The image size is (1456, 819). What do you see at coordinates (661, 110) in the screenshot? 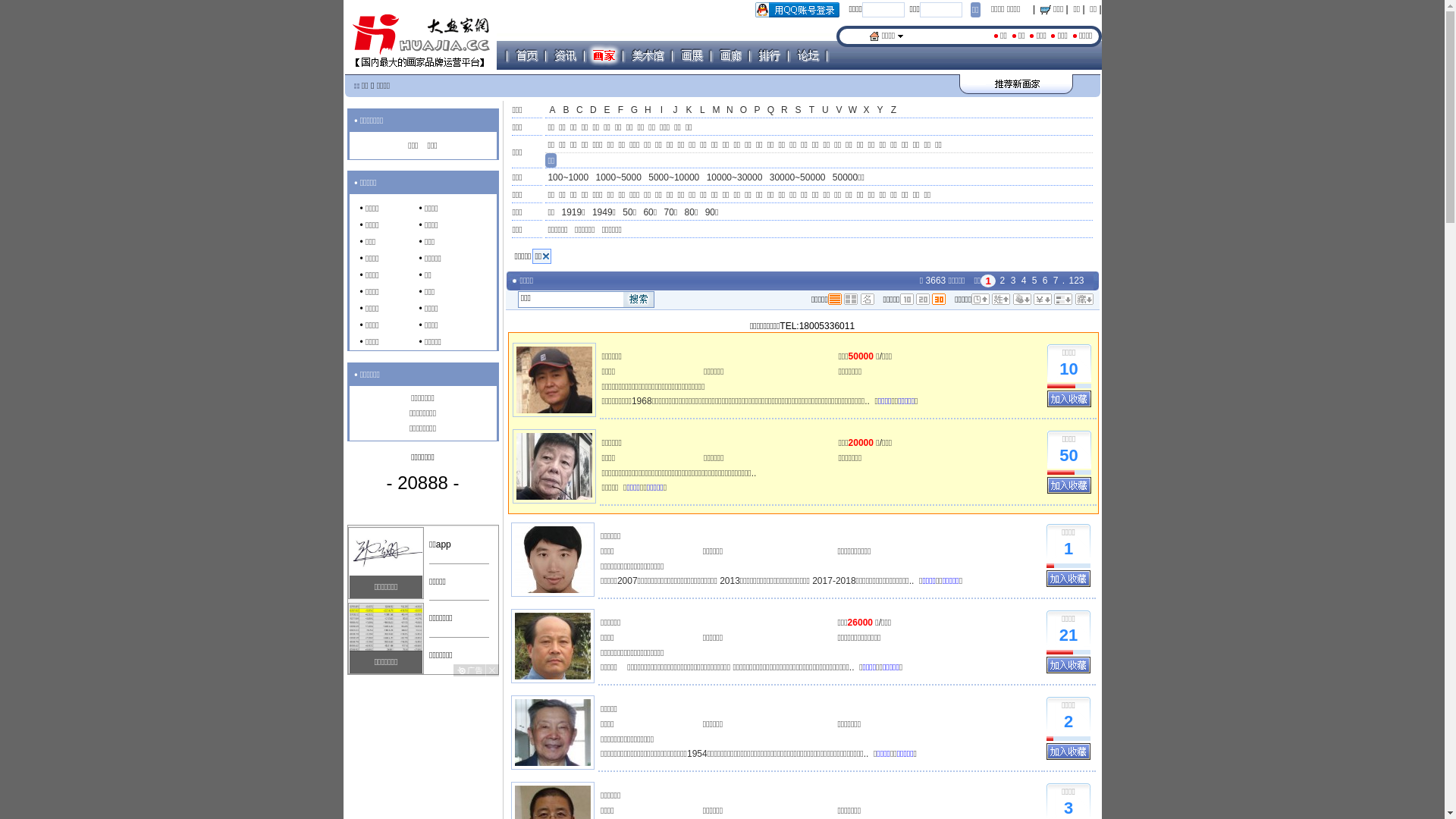
I see `'I'` at bounding box center [661, 110].